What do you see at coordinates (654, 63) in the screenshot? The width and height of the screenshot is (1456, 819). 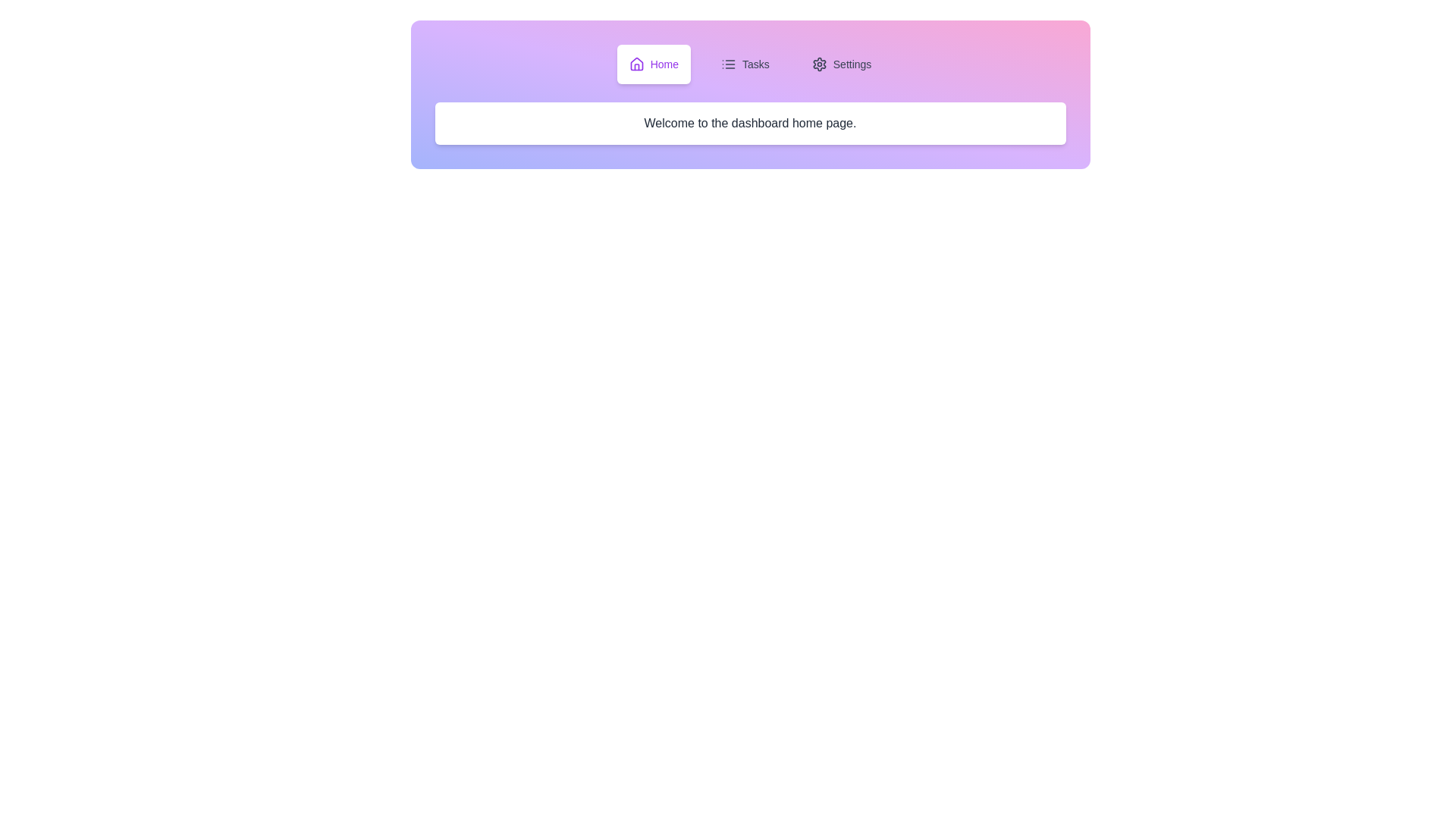 I see `the Home tab in the DashboardTabs component` at bounding box center [654, 63].